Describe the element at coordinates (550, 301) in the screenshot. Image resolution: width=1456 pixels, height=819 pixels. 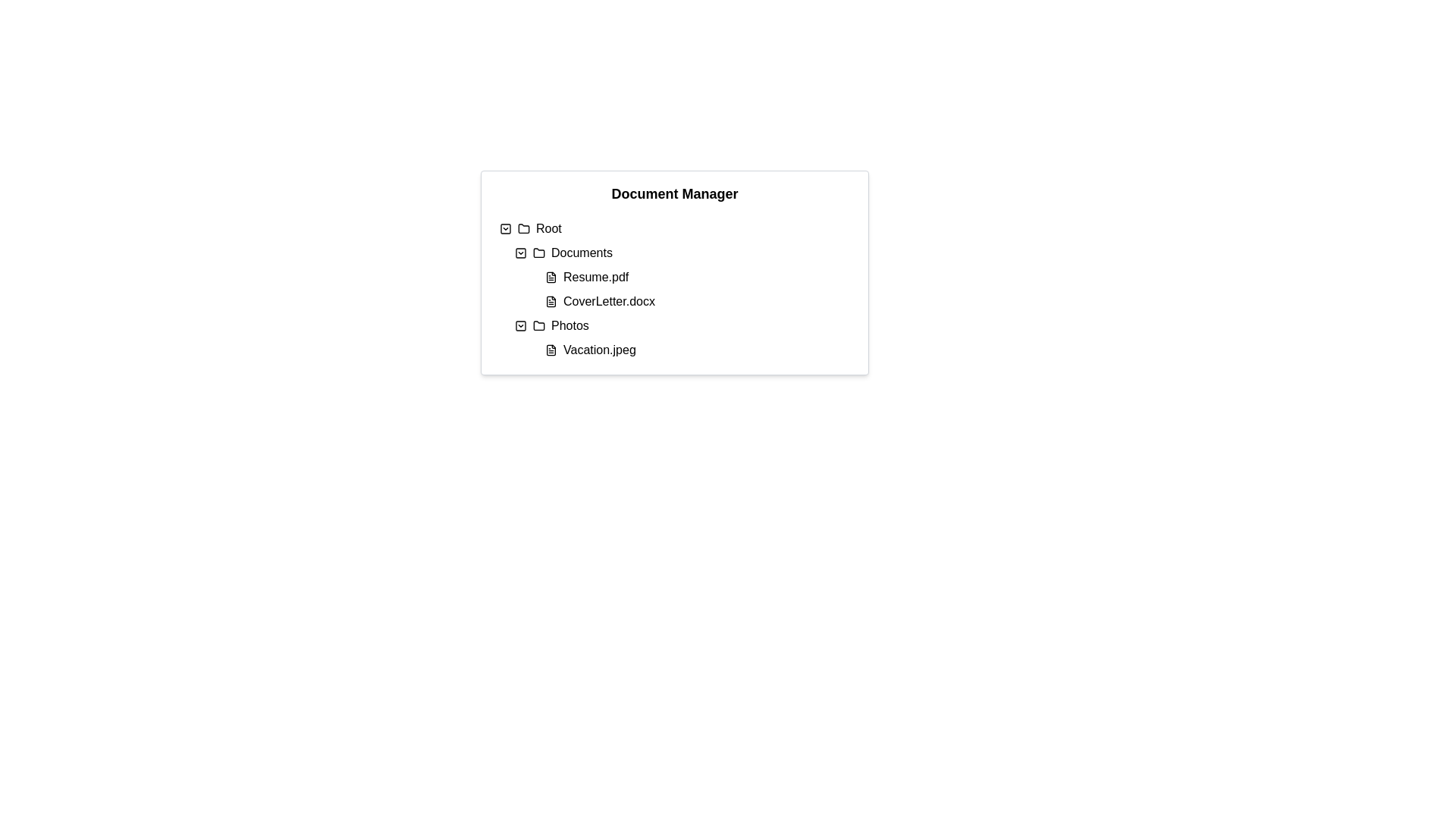
I see `the minimalist file icon representing 'CoverLetter.docx', which is positioned to the left of the text content` at that location.